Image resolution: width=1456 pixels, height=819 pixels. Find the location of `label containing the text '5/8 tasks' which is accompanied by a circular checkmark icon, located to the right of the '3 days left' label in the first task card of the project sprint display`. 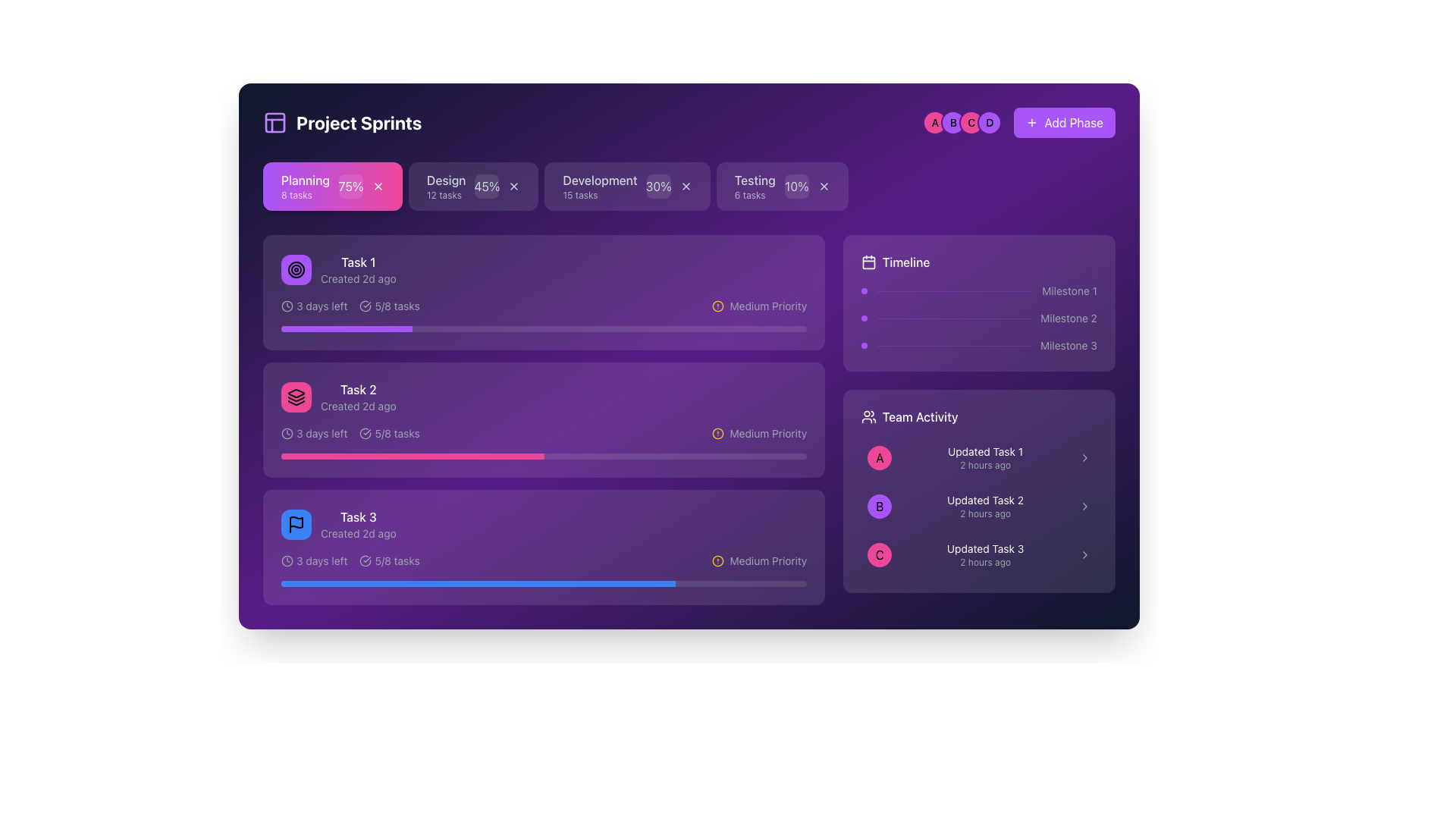

label containing the text '5/8 tasks' which is accompanied by a circular checkmark icon, located to the right of the '3 days left' label in the first task card of the project sprint display is located at coordinates (390, 306).